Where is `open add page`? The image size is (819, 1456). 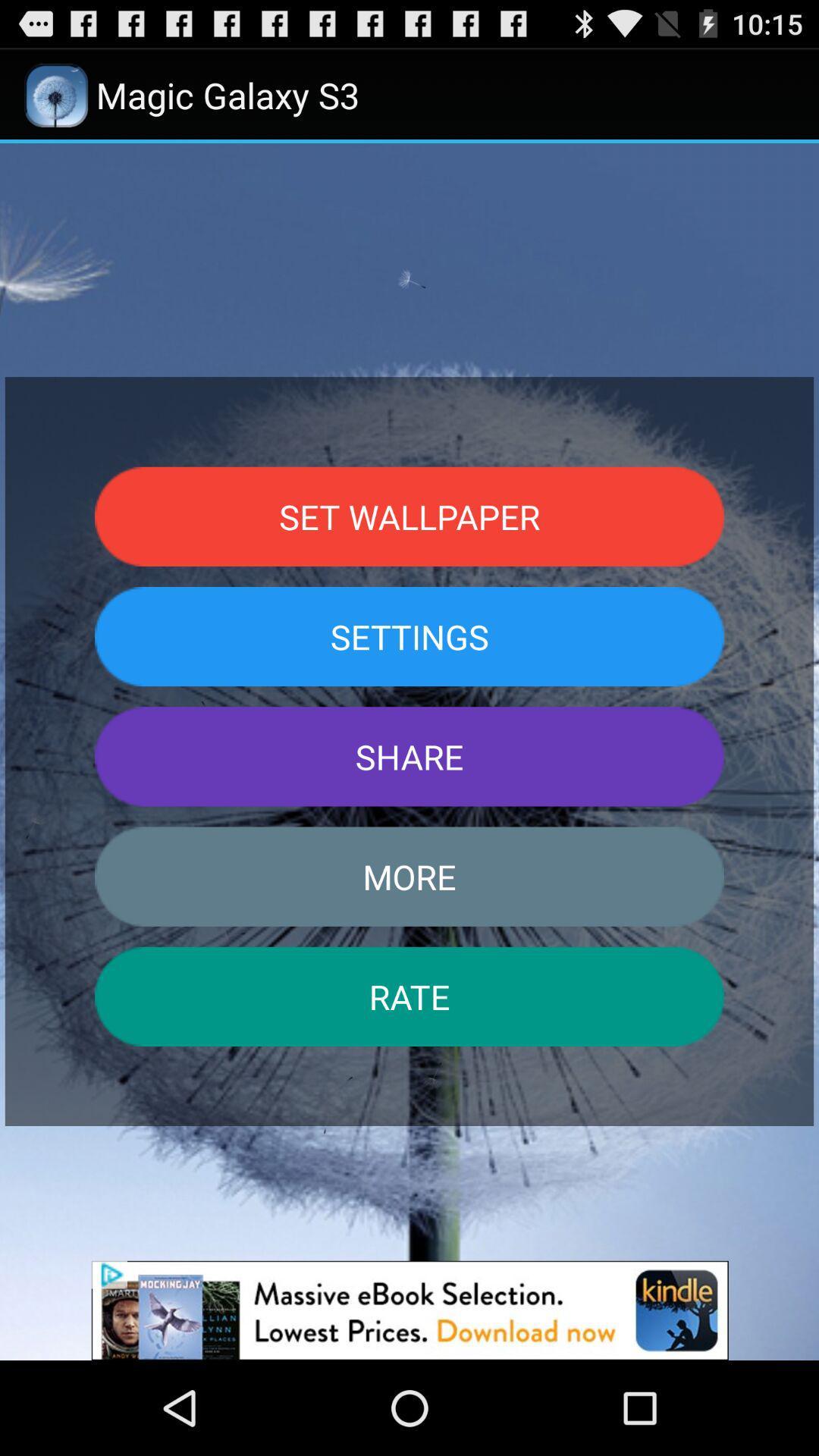 open add page is located at coordinates (409, 1310).